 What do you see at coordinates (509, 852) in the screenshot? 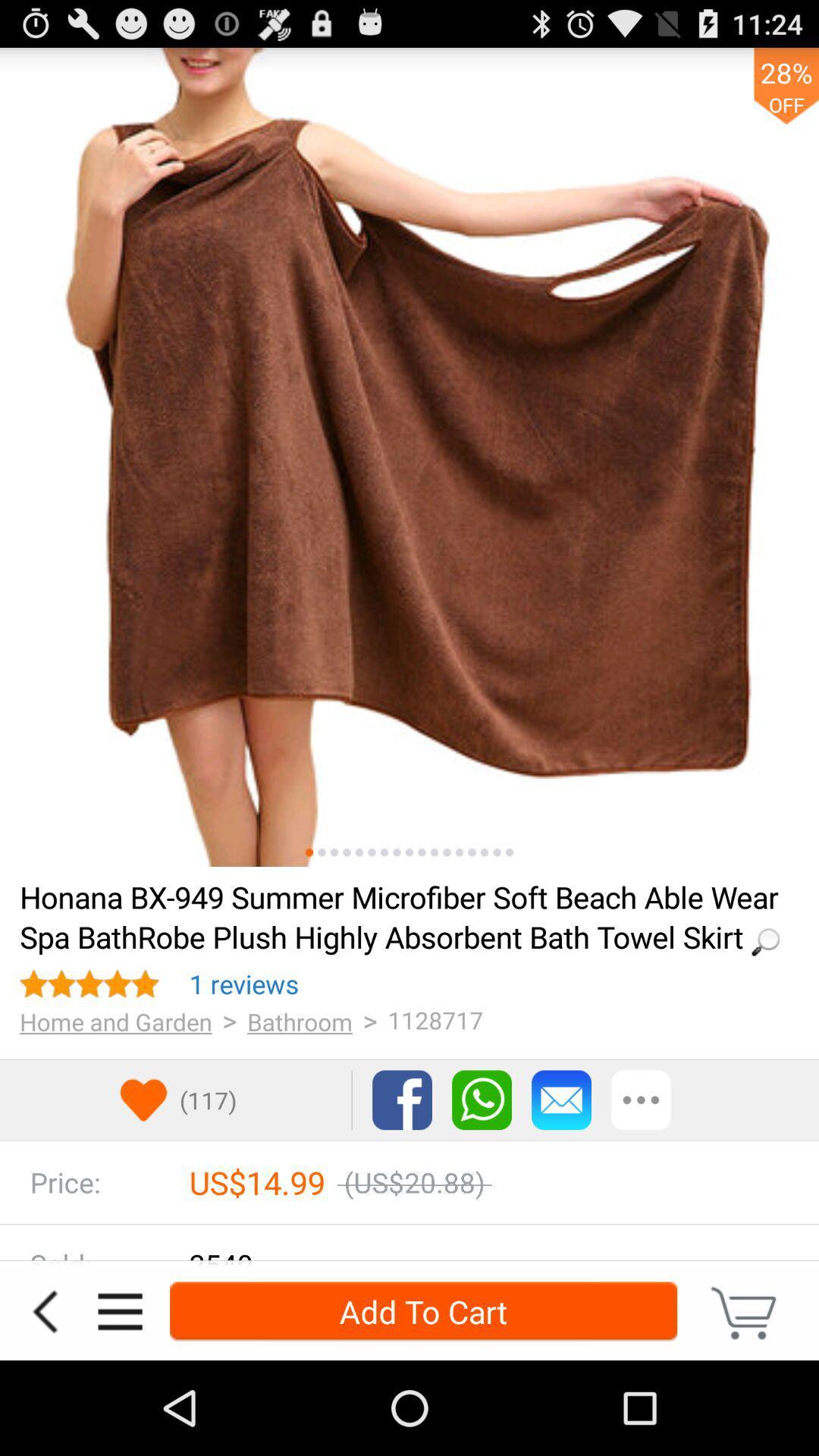
I see `picture` at bounding box center [509, 852].